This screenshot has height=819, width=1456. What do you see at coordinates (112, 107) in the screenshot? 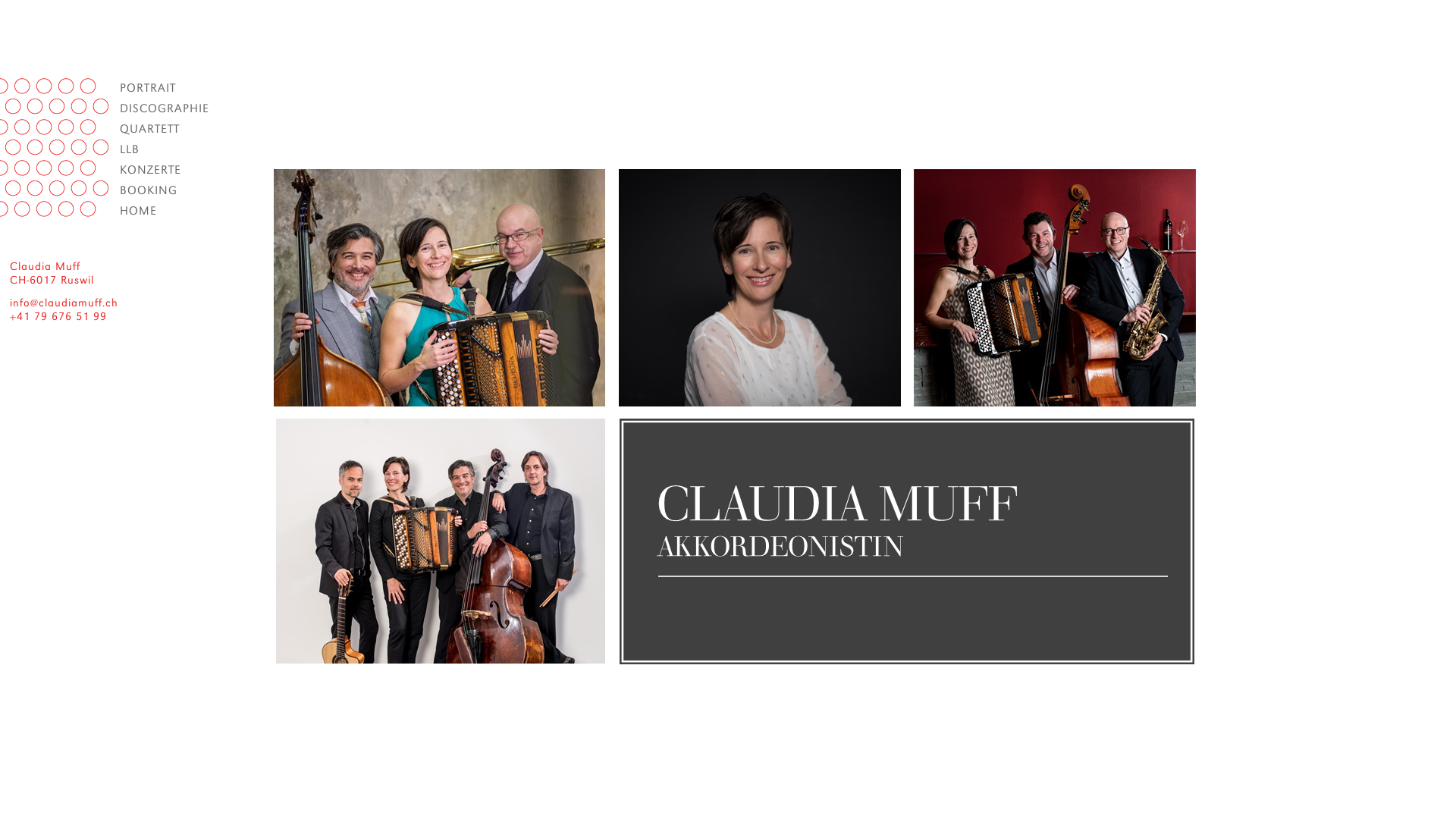
I see `'DISCOGRAPHIE'` at bounding box center [112, 107].